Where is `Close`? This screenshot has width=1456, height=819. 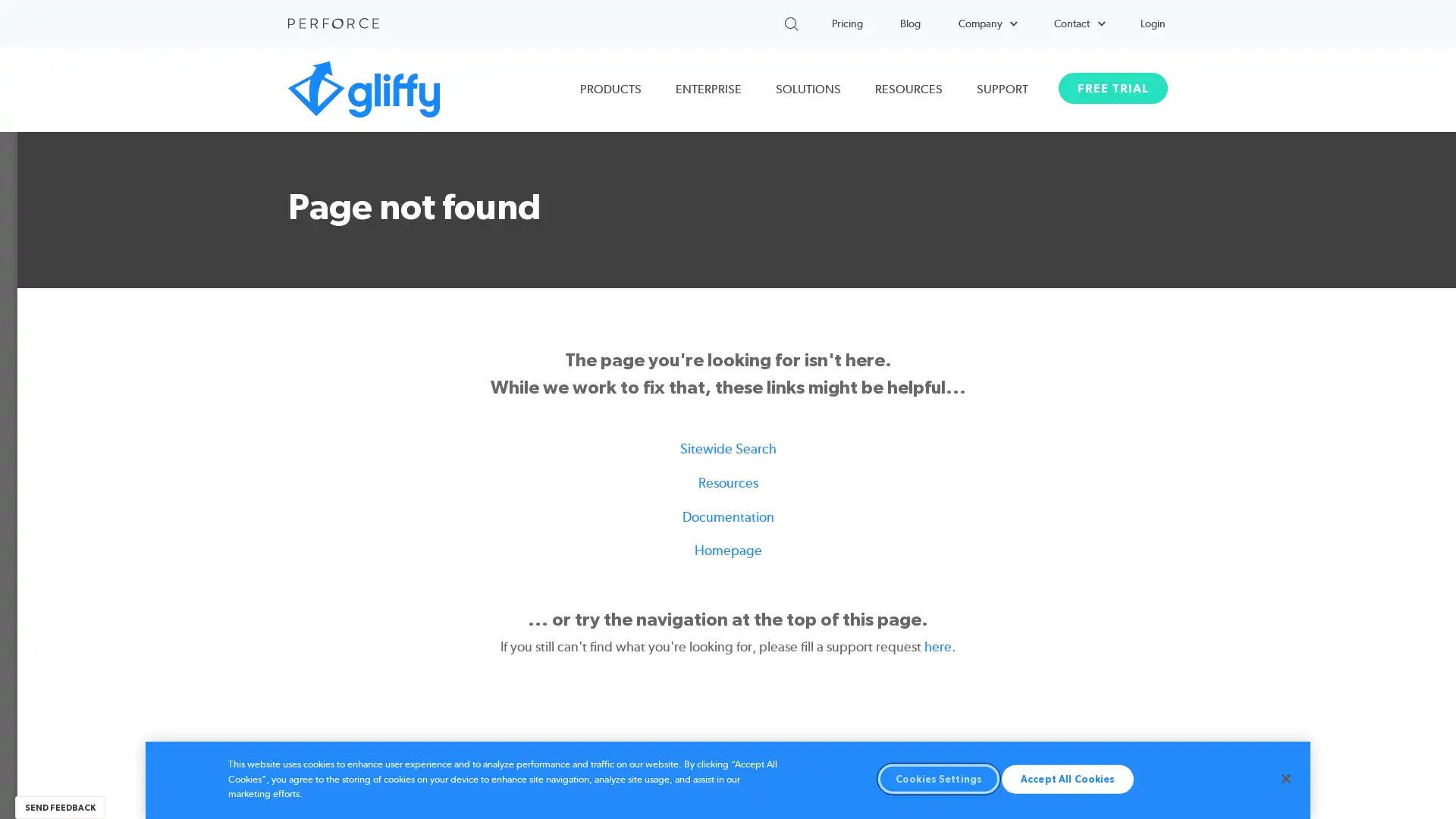 Close is located at coordinates (1285, 778).